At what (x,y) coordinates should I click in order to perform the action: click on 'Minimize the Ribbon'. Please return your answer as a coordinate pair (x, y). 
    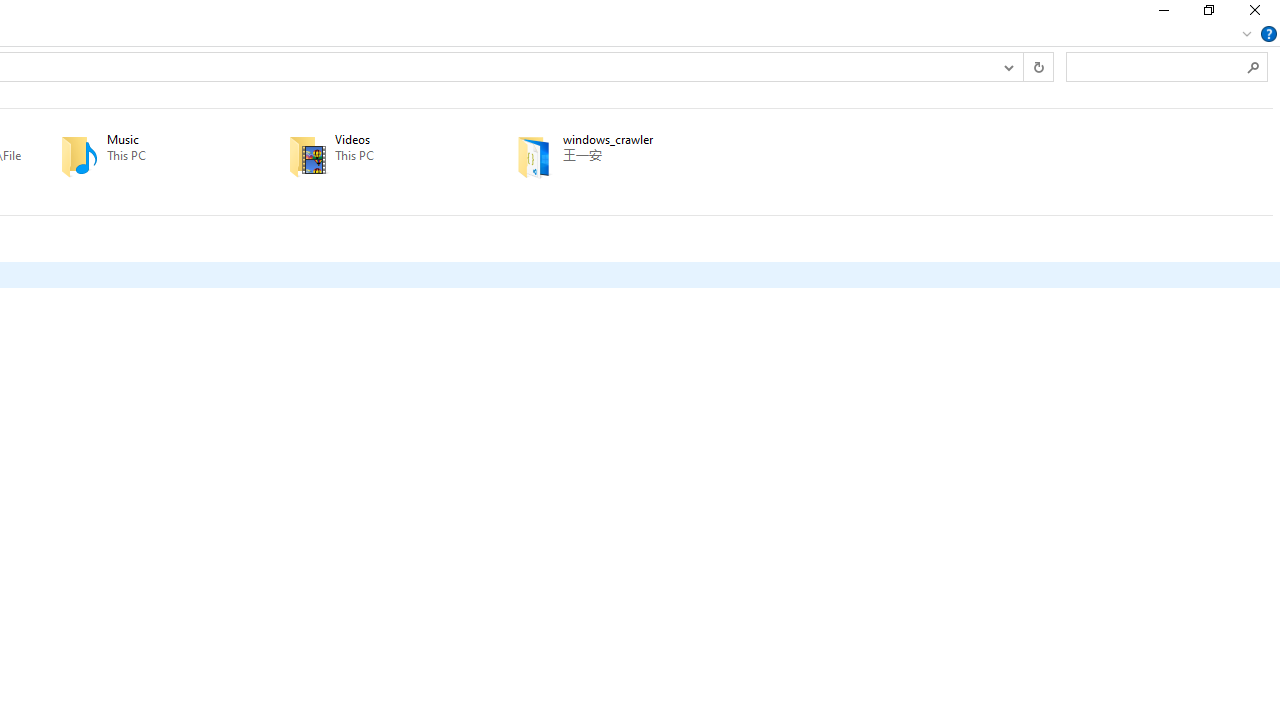
    Looking at the image, I should click on (1246, 33).